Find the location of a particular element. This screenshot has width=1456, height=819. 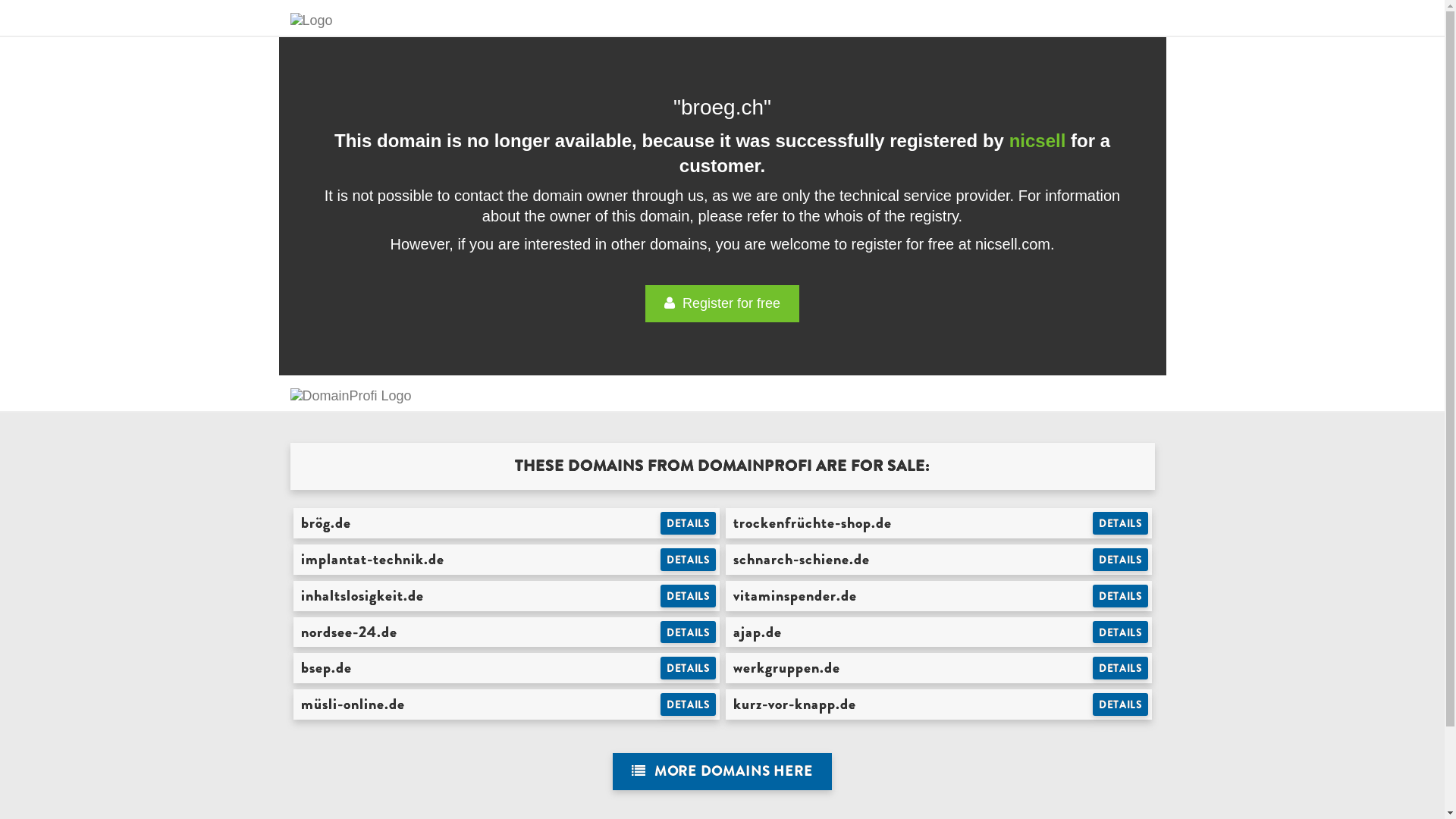

'  MORE DOMAINS HERE' is located at coordinates (612, 771).